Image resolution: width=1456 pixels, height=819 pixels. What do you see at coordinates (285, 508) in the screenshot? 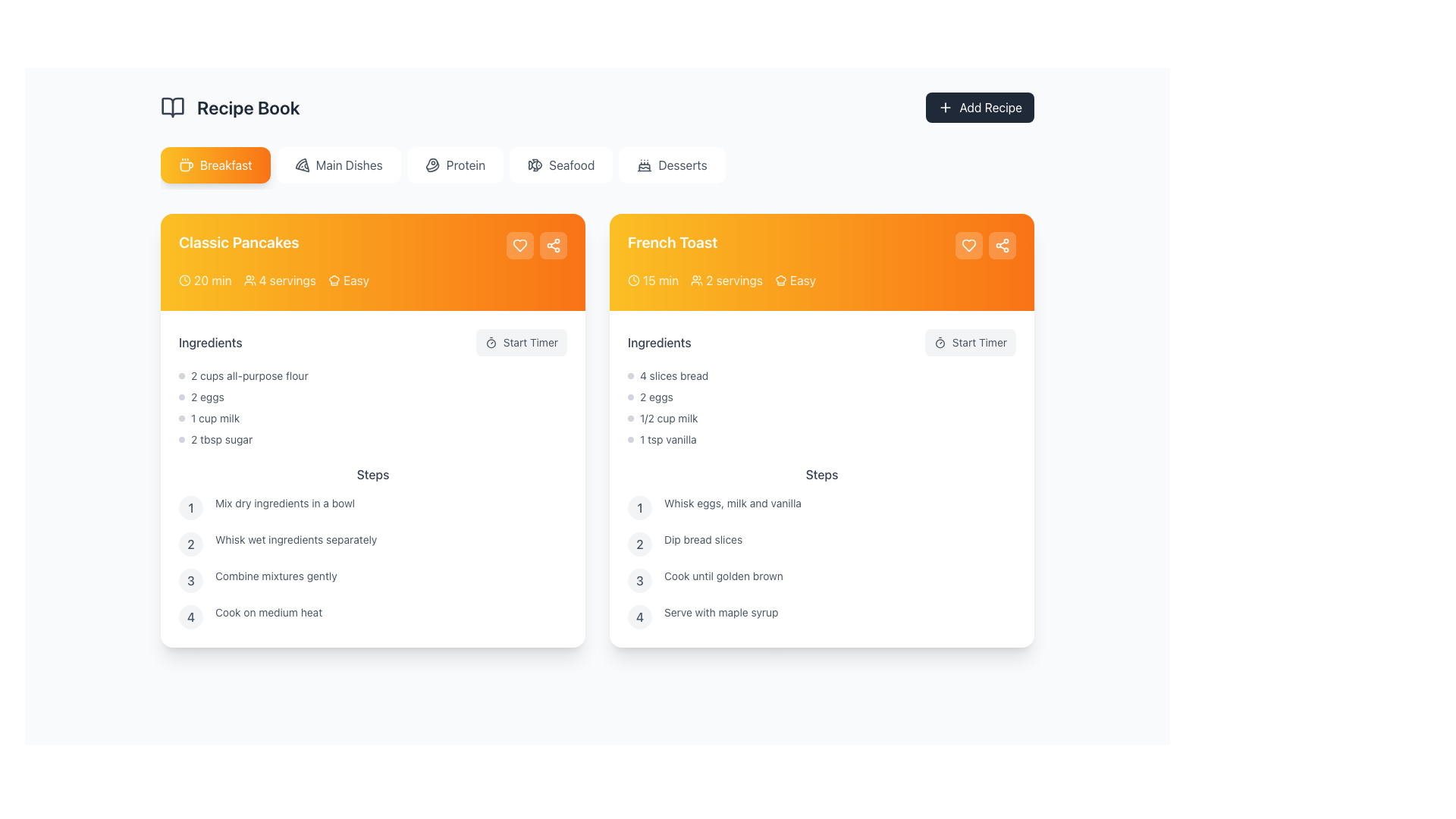
I see `instruction text label for the first step in the 'Classic Pancakes' recipe, which is located in the 'Steps' section and identified by the number '1' in a circular background` at bounding box center [285, 508].